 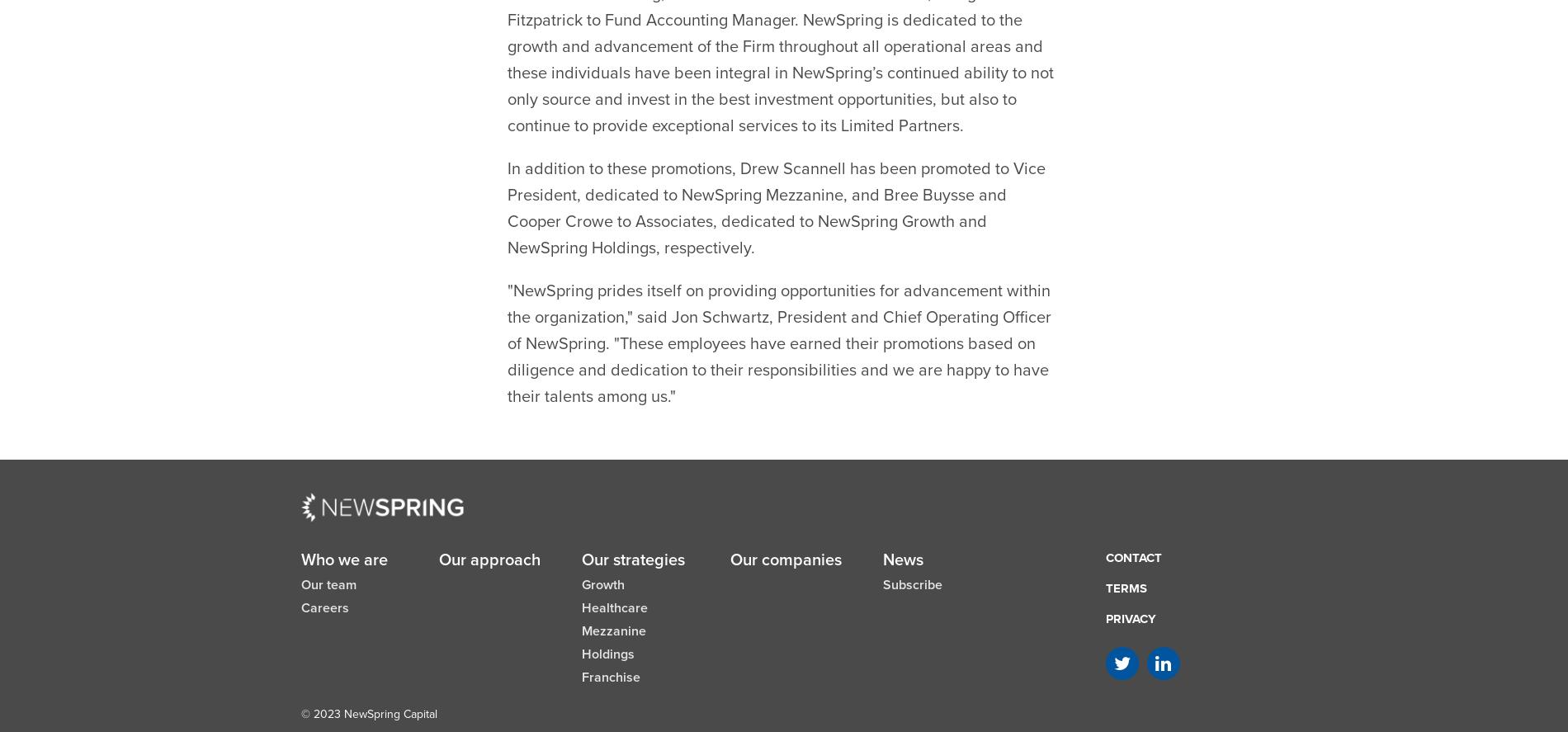 I want to click on 'Who we are', so click(x=343, y=518).